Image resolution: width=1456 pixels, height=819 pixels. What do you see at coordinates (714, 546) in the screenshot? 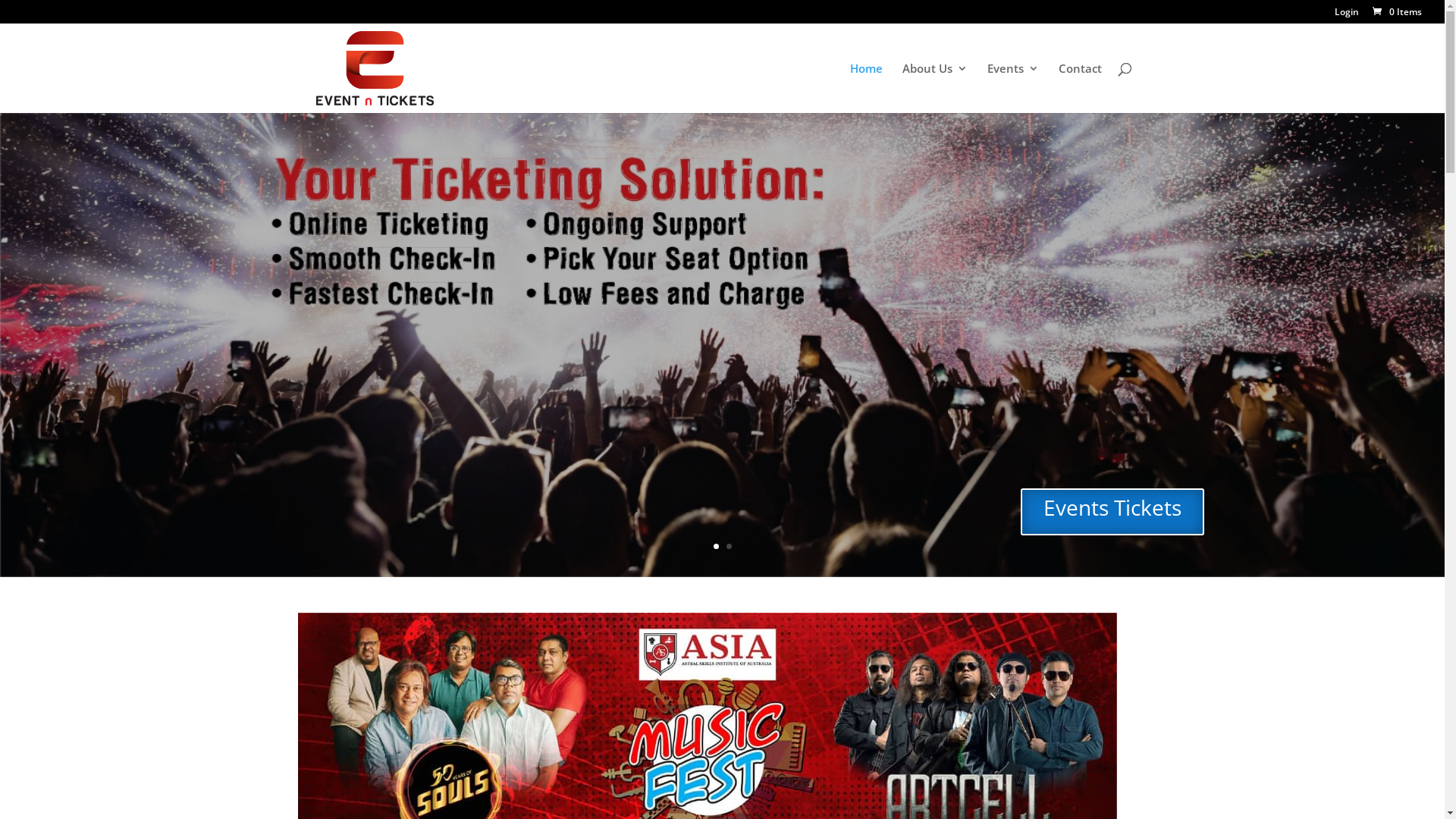
I see `'1'` at bounding box center [714, 546].